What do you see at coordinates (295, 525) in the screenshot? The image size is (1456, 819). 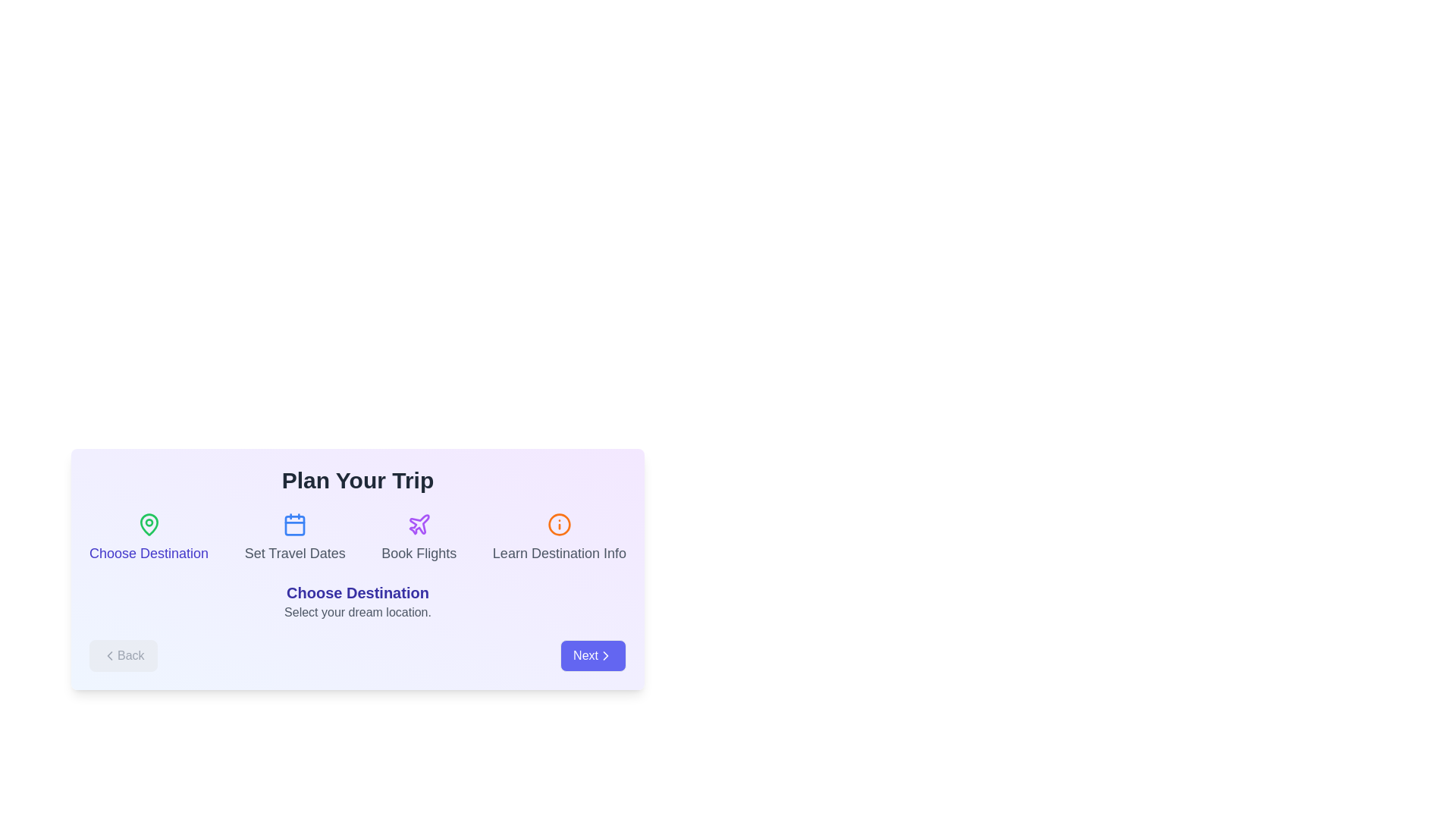 I see `the calendar icon by clicking on its graphical icon component, which is centrally located beneath the 'Set Travel Dates' text` at bounding box center [295, 525].